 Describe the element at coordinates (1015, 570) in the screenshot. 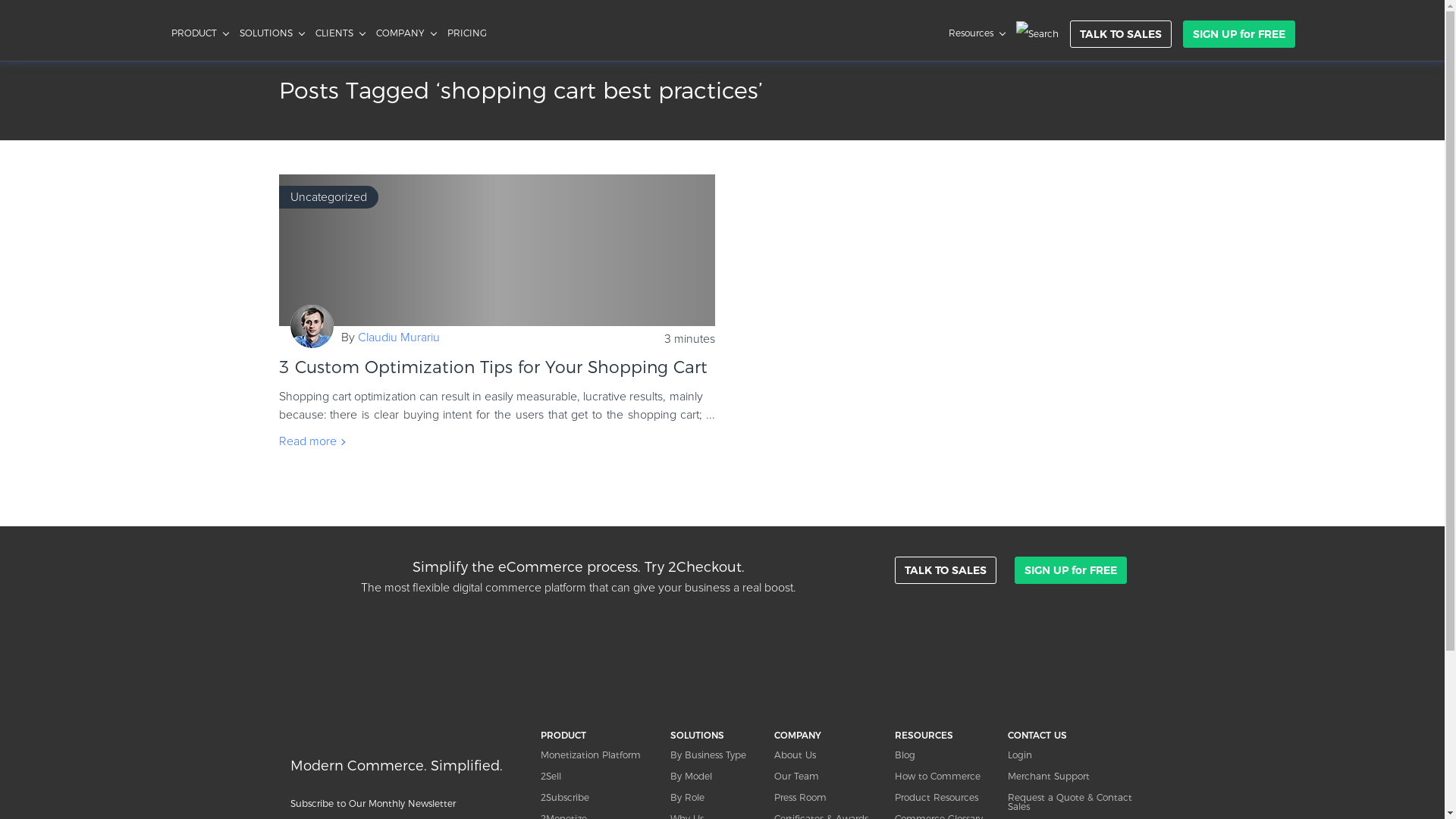

I see `'SIGN UP for FREE'` at that location.